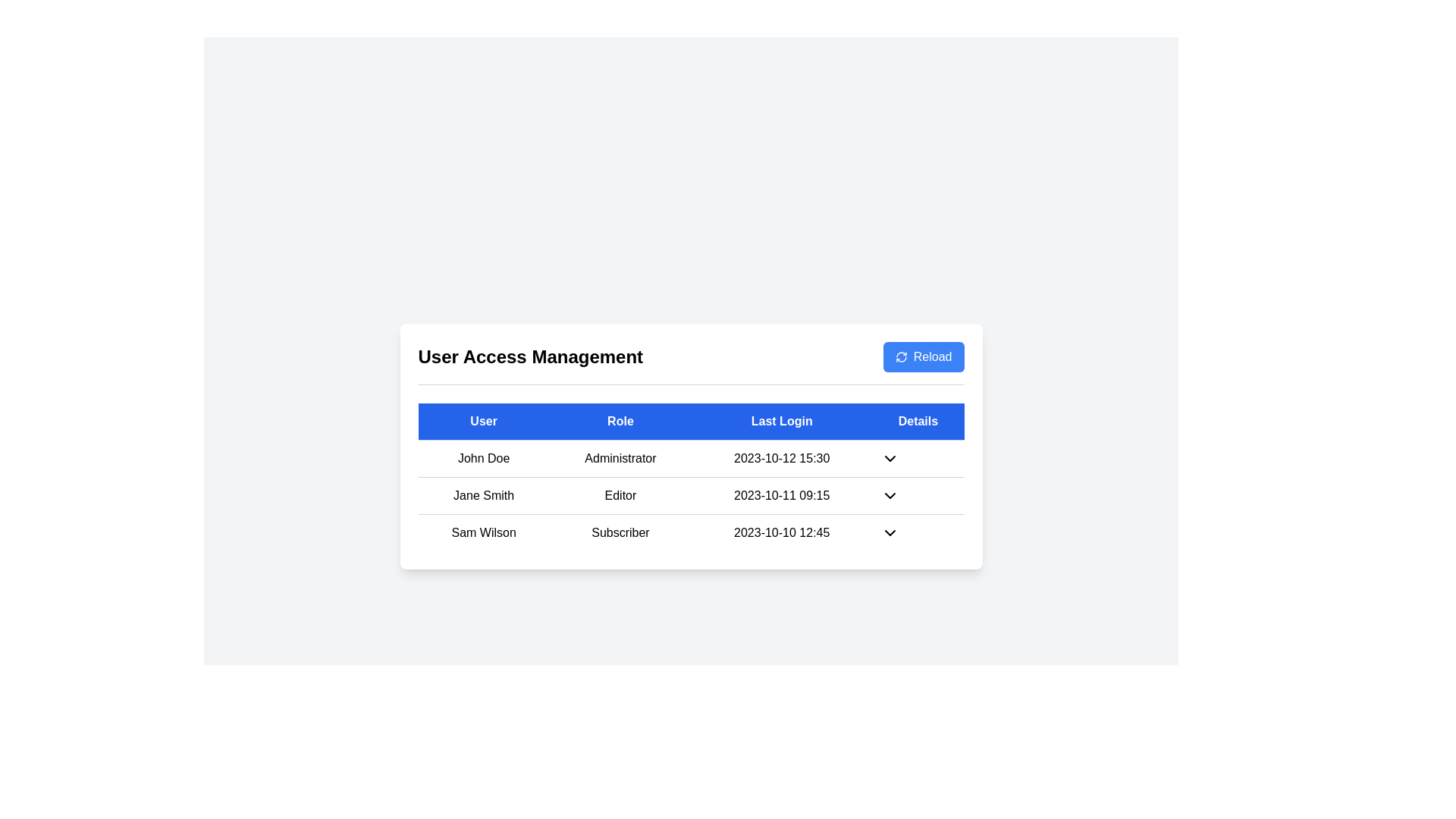  Describe the element at coordinates (782, 496) in the screenshot. I see `the text element displaying '2023-10-11 09:15' in the 'Last Login' column of the 'User Access Management' table for user 'Jane Smith'` at that location.